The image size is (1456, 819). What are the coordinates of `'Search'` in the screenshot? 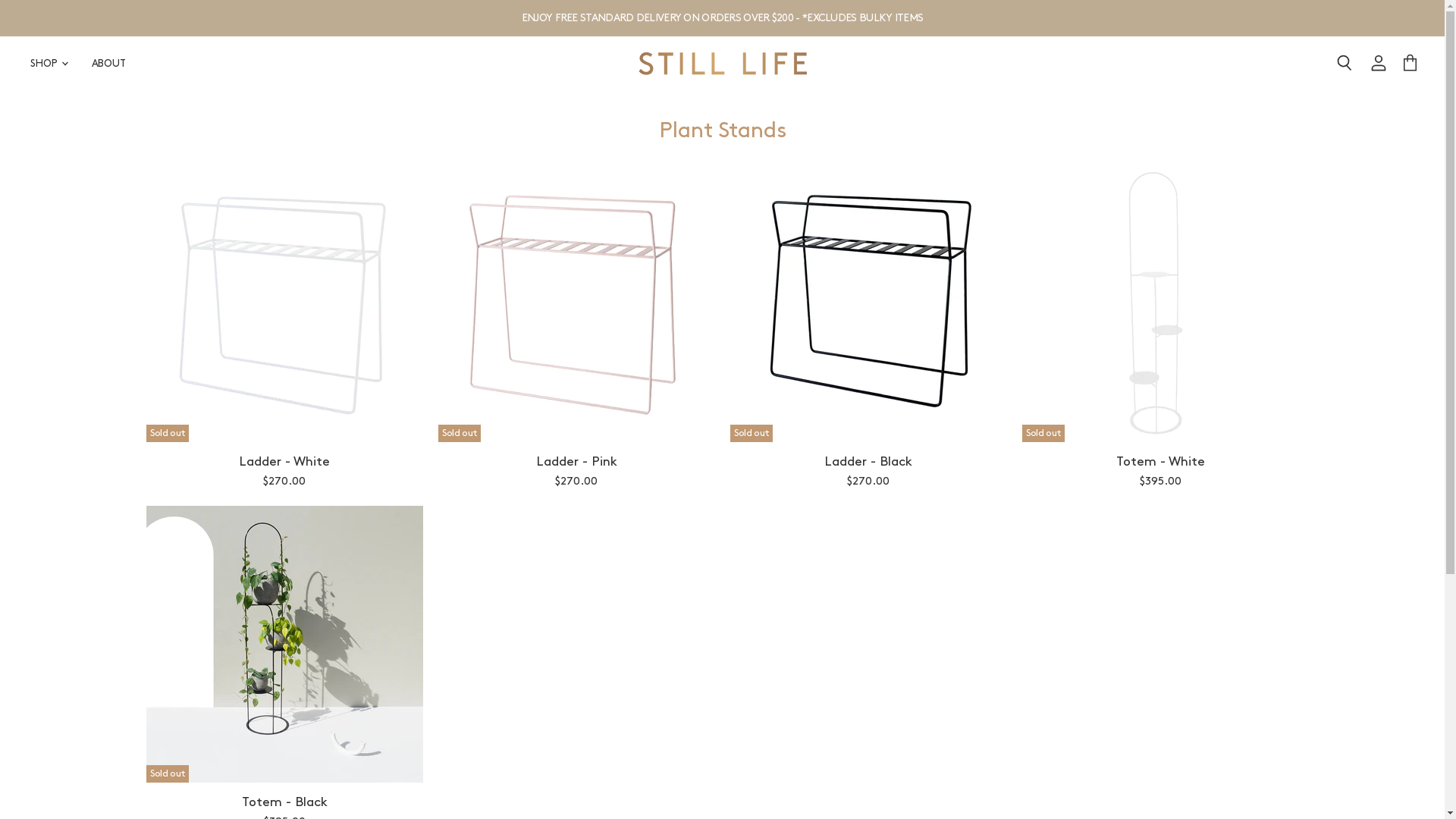 It's located at (1325, 63).